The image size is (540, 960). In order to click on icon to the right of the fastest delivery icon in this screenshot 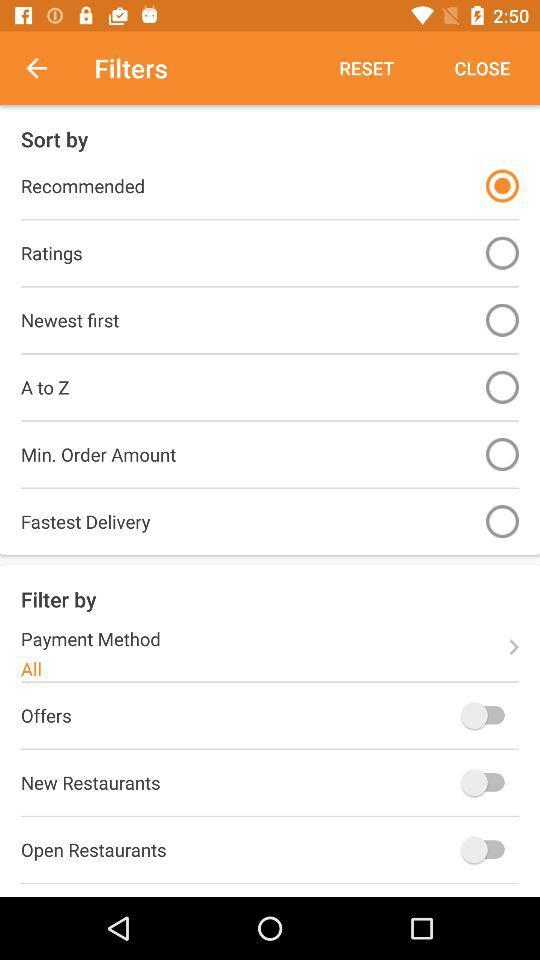, I will do `click(501, 520)`.